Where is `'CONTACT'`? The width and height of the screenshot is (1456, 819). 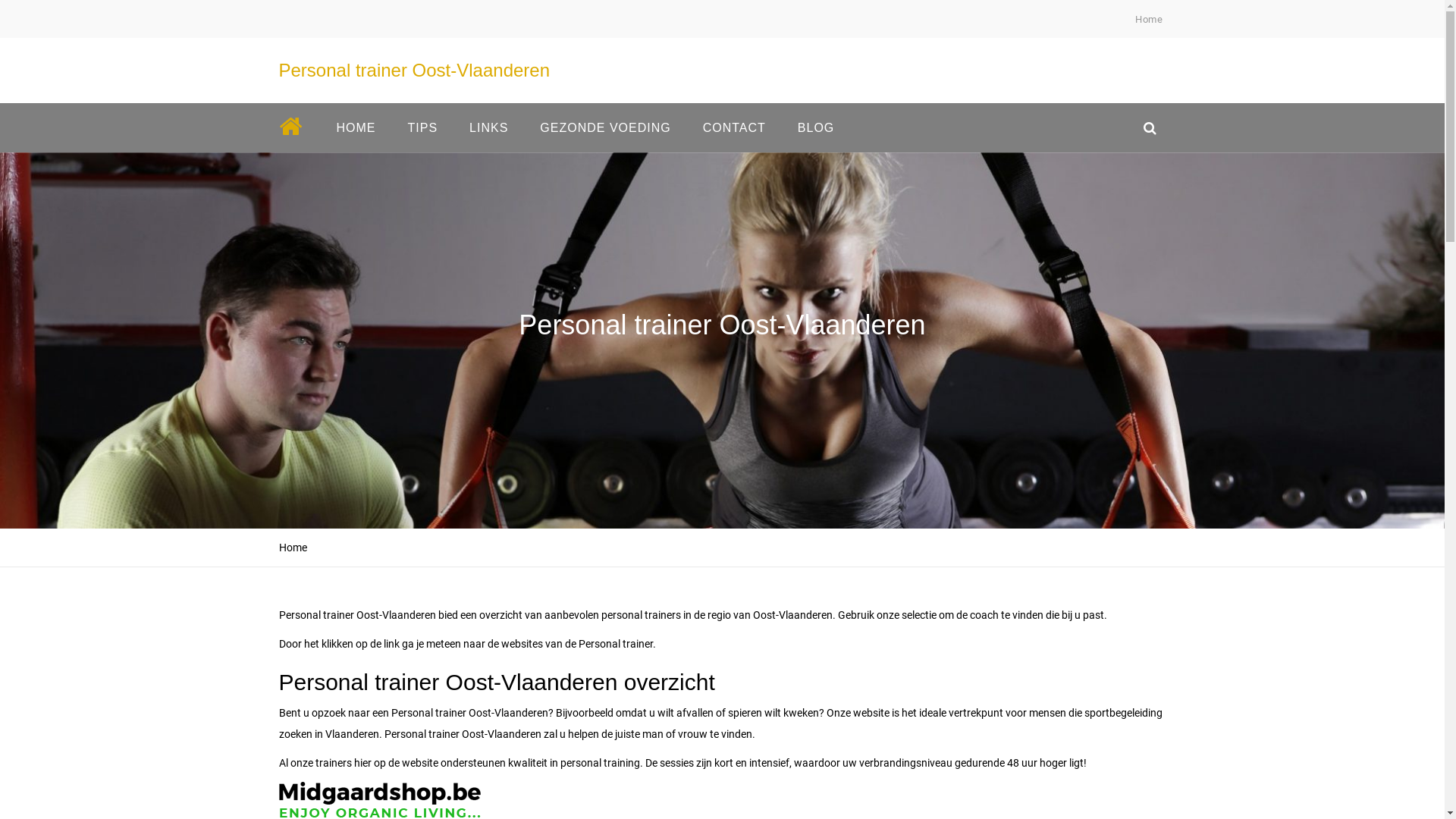
'CONTACT' is located at coordinates (734, 127).